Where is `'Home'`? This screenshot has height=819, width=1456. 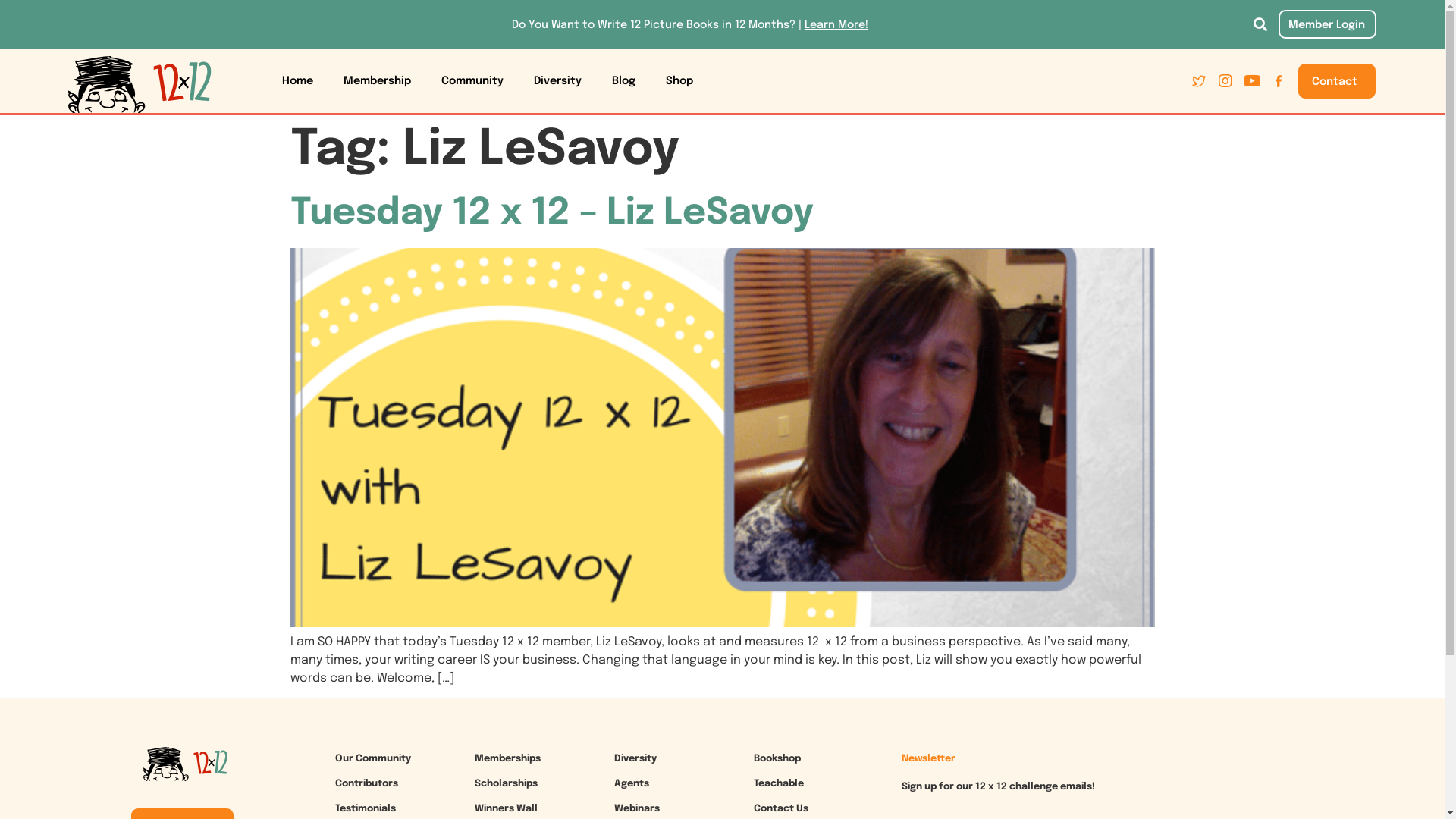 'Home' is located at coordinates (297, 81).